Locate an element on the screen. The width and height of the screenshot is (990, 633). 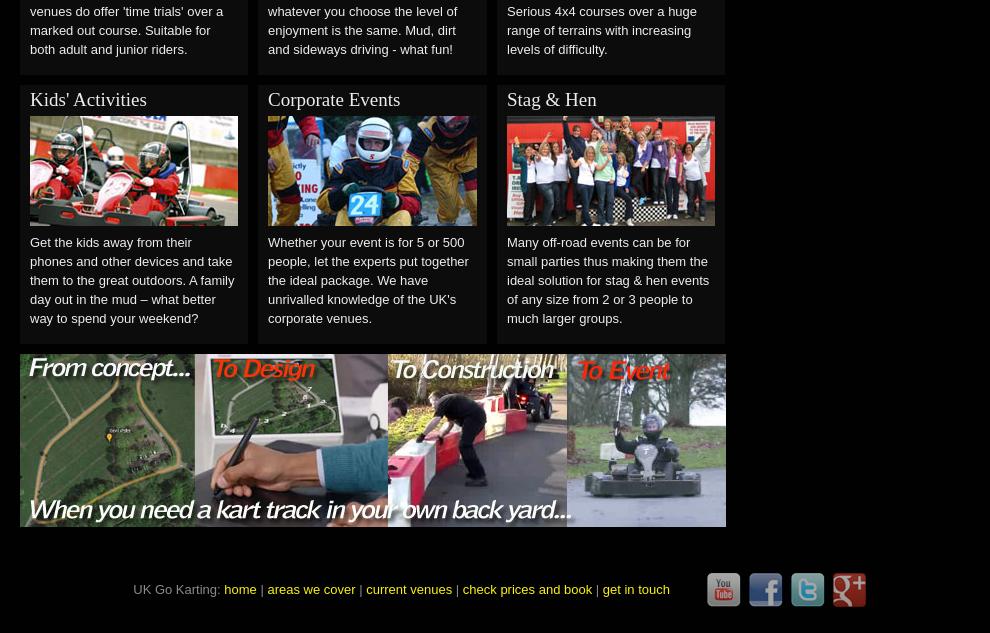
'Kids' Activities' is located at coordinates (88, 98).